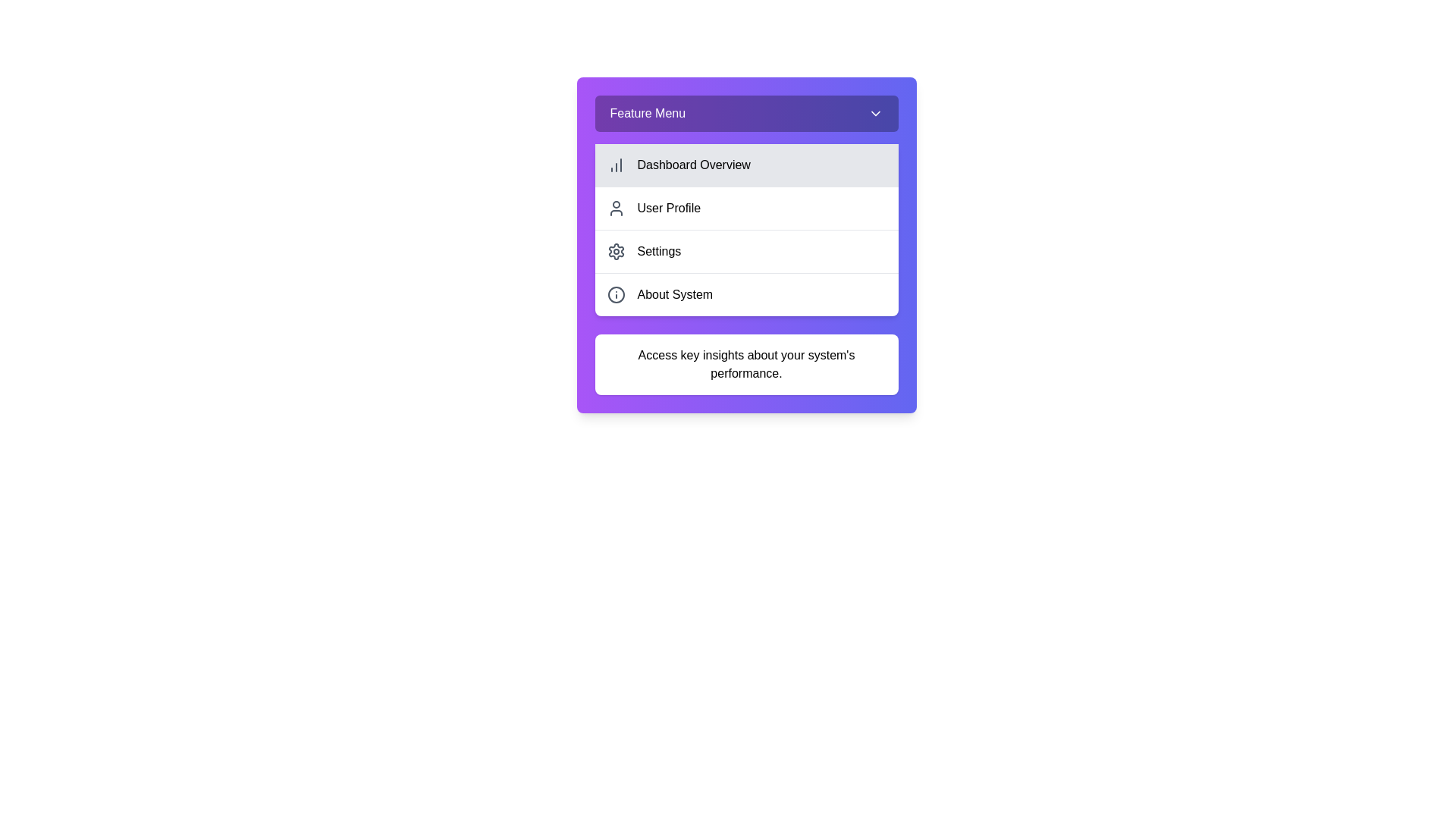  What do you see at coordinates (616, 165) in the screenshot?
I see `the 'Dashboard Overview' icon located to the left of the text 'Dashboard Overview' in the feature menu component` at bounding box center [616, 165].